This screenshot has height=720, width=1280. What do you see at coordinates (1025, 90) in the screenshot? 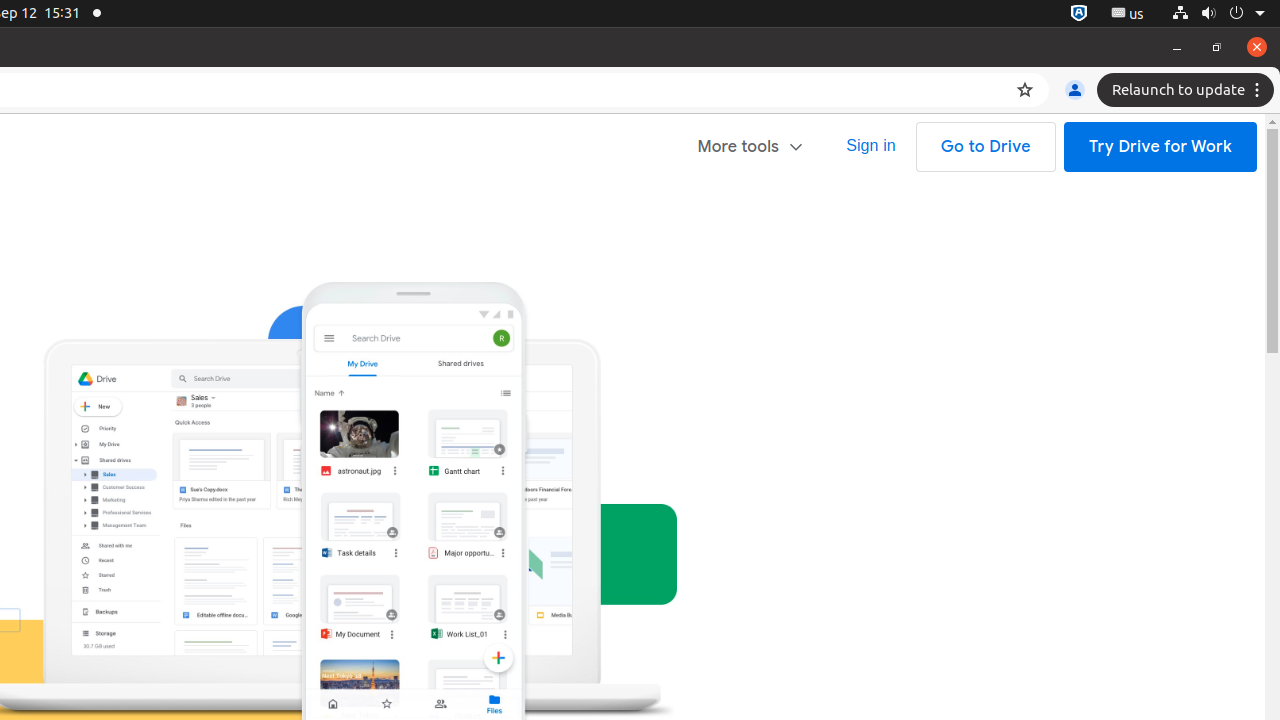
I see `'Bookmark this tab'` at bounding box center [1025, 90].